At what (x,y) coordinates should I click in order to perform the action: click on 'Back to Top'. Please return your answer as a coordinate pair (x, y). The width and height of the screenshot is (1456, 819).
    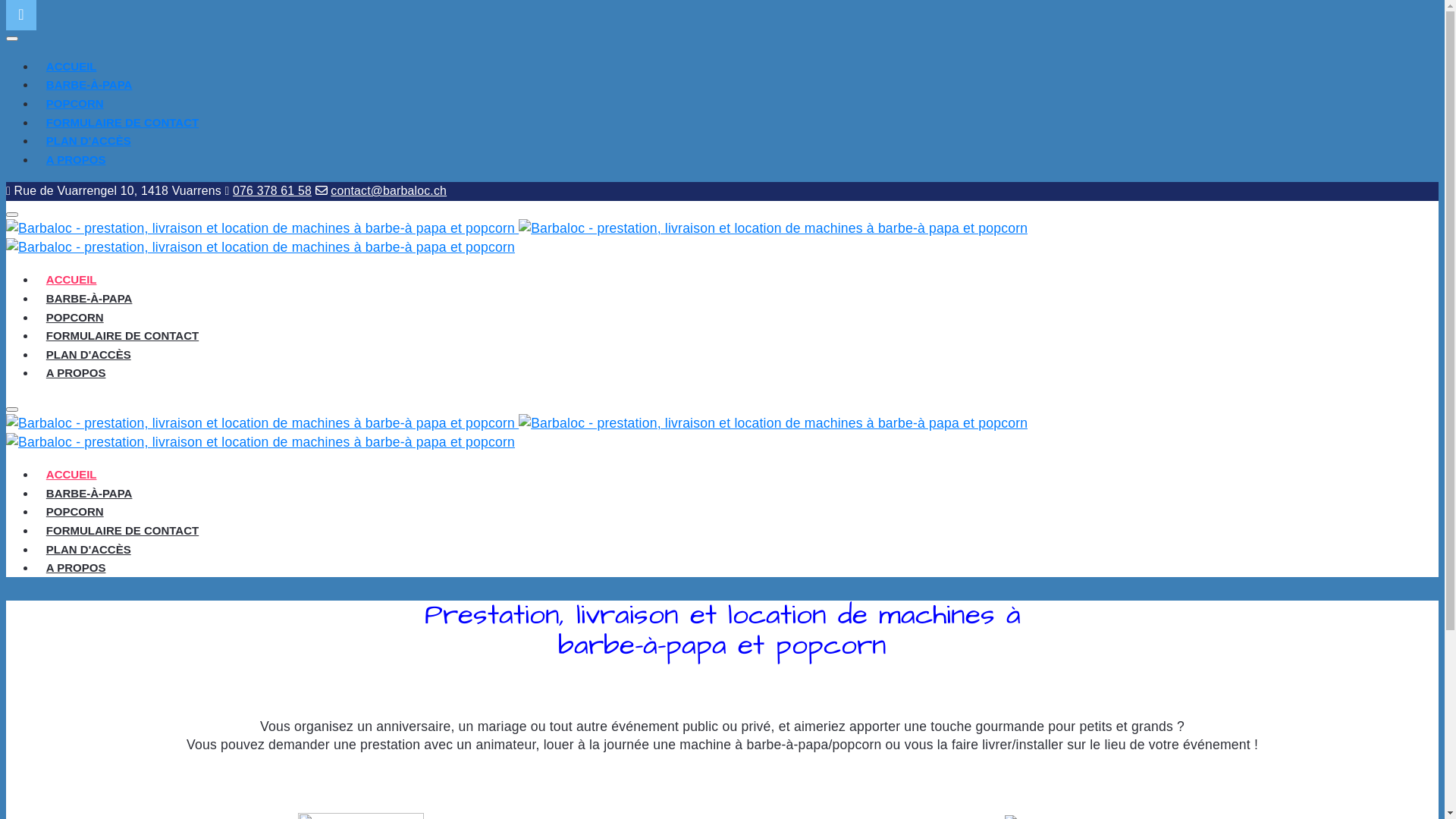
    Looking at the image, I should click on (21, 14).